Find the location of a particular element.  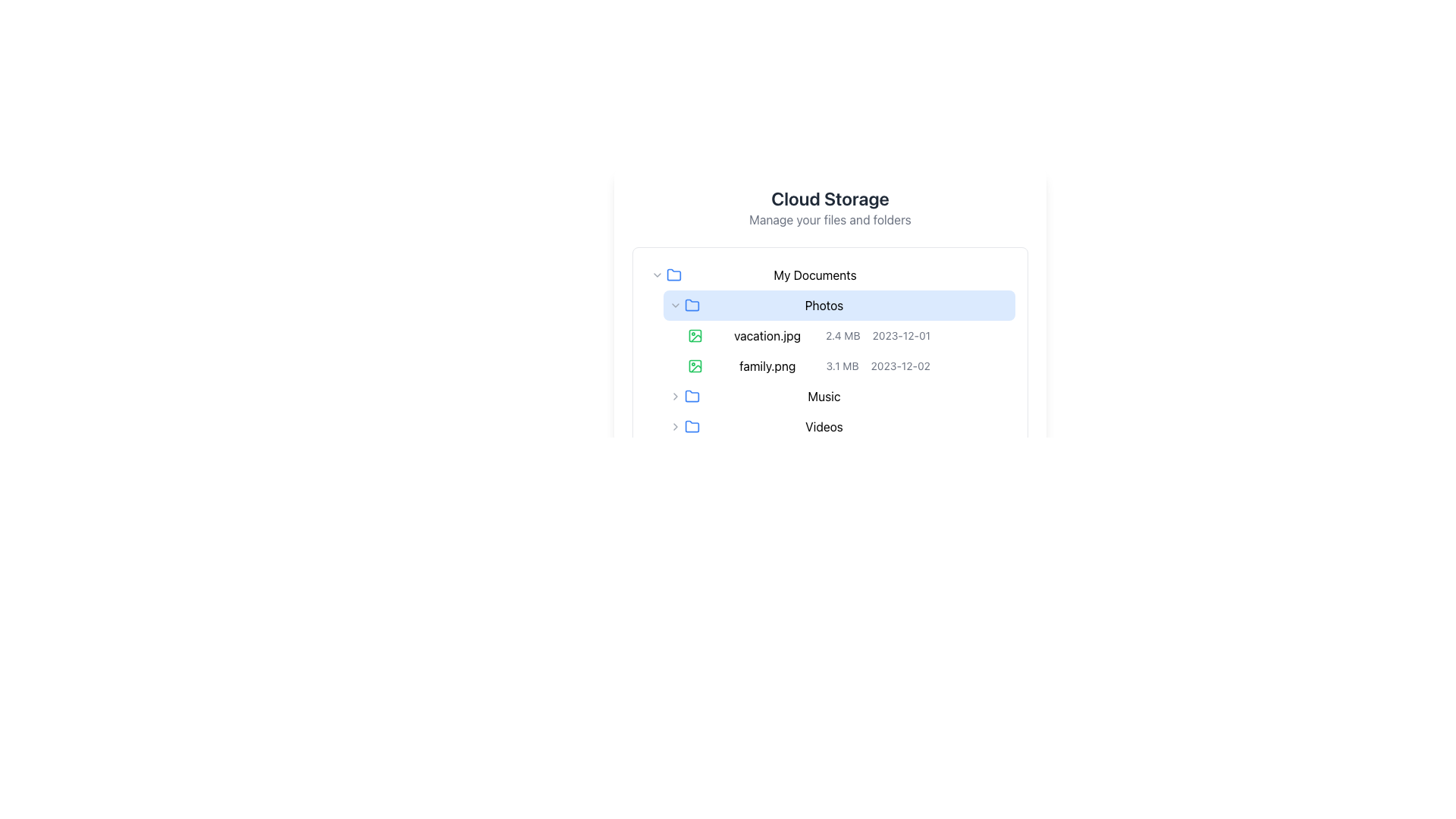

the file detail entry displaying 'vacation.jpg' with size '2.4 MB' and creation date '2023-12-01', which is the top-most entry is located at coordinates (829, 335).